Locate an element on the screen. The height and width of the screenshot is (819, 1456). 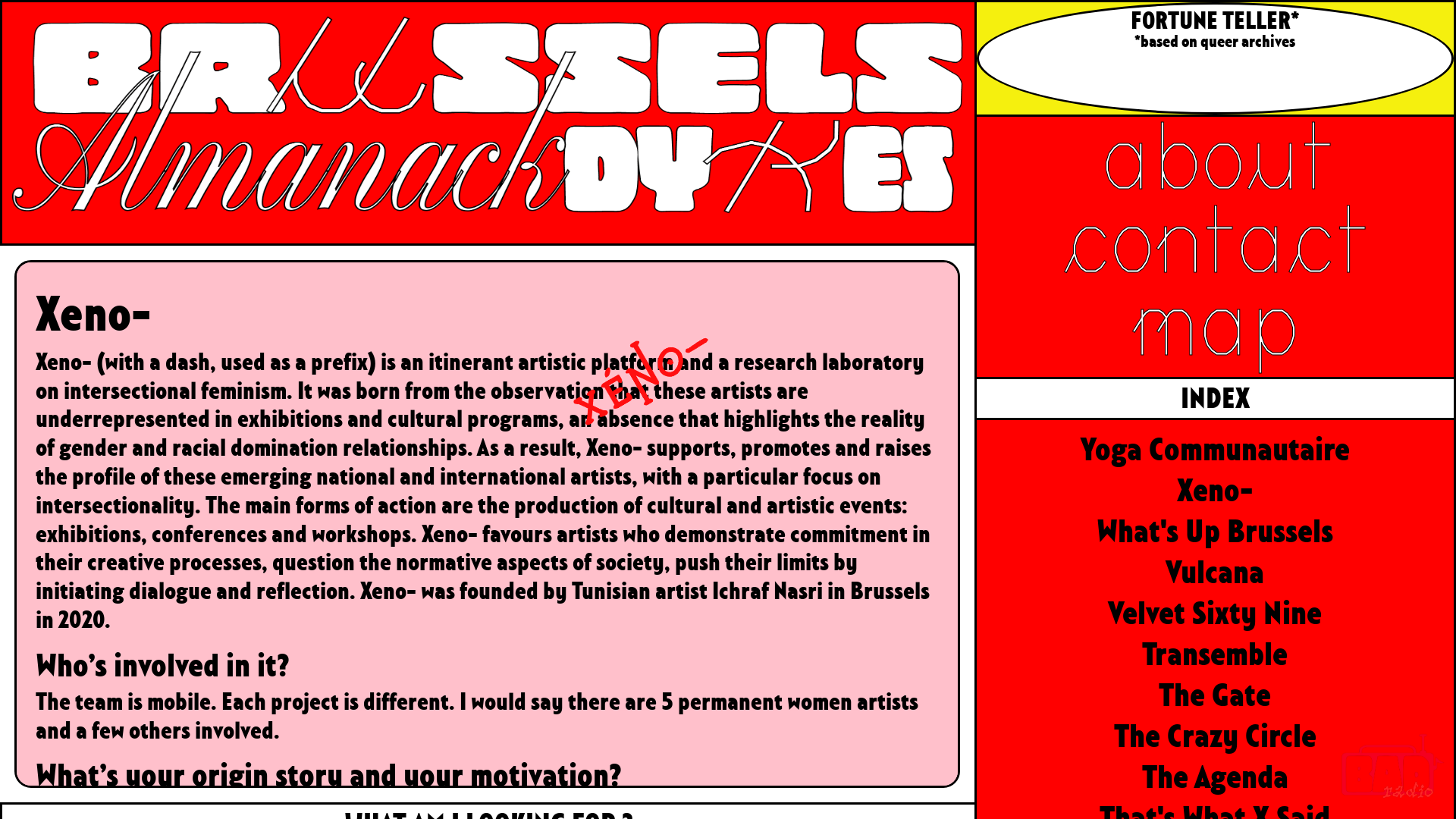
'The Agenda' is located at coordinates (1142, 777).